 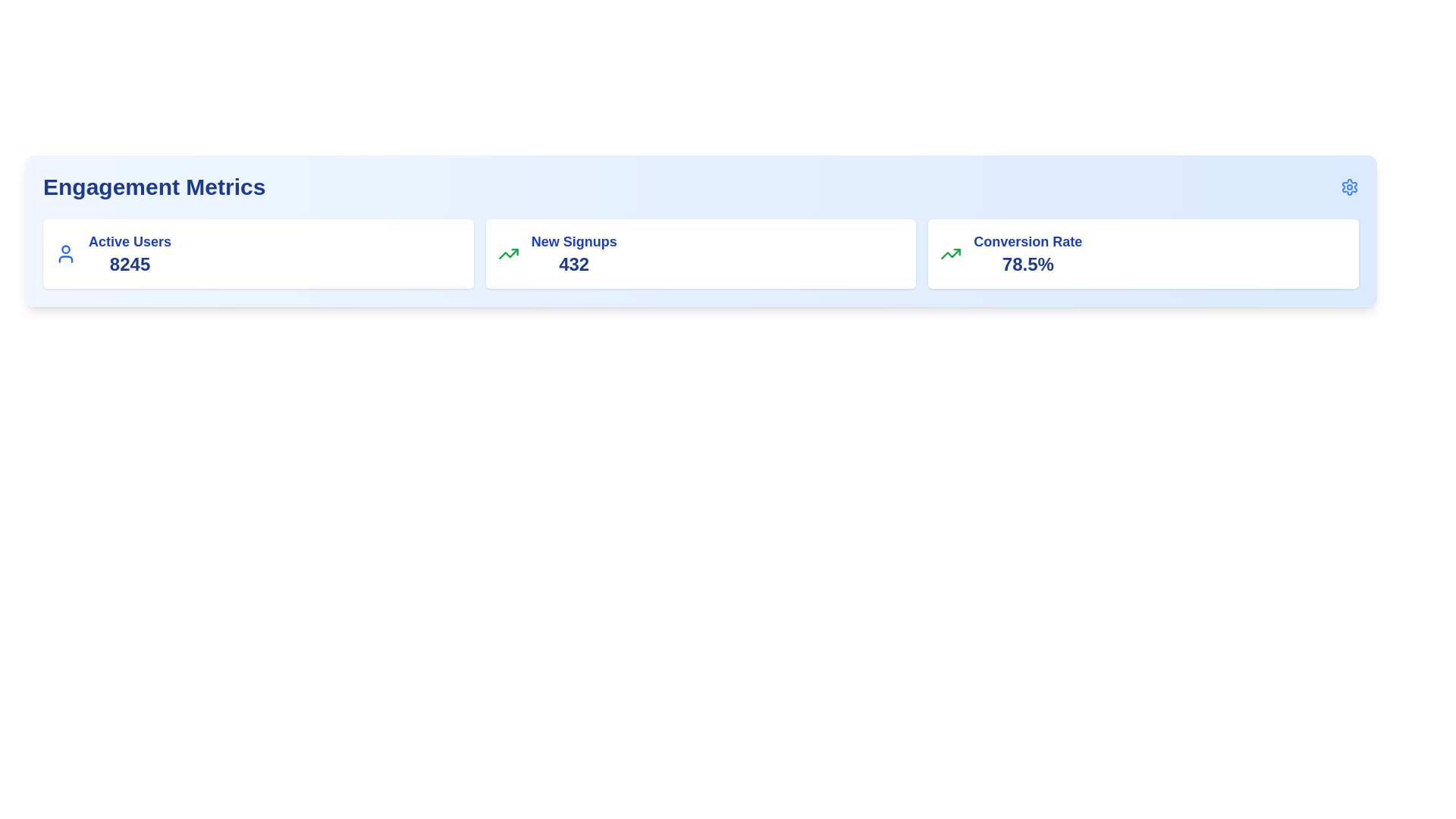 What do you see at coordinates (573, 253) in the screenshot?
I see `the 'New Signups' element, which displays the current count of 432` at bounding box center [573, 253].